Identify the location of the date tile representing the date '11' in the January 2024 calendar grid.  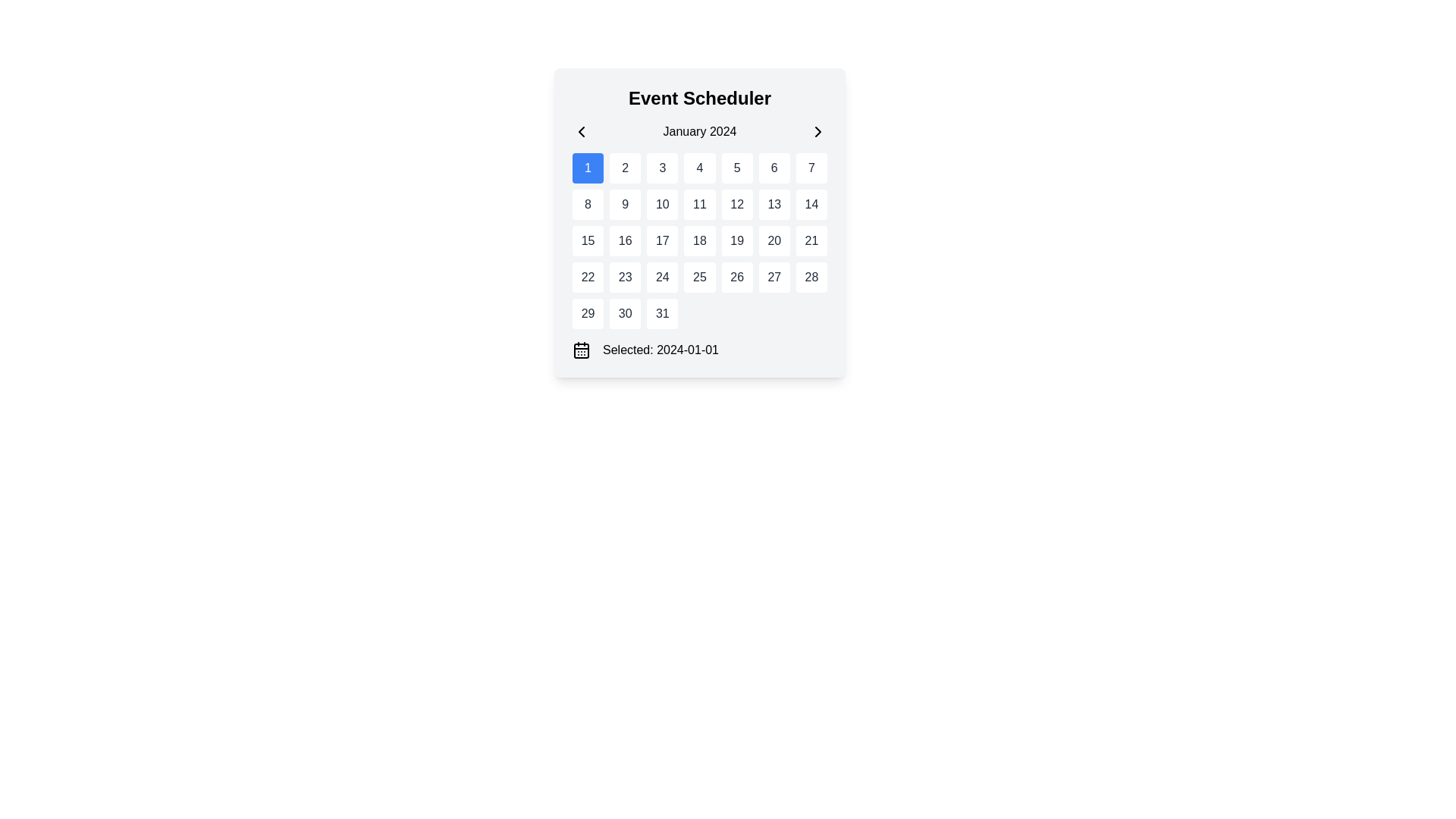
(698, 205).